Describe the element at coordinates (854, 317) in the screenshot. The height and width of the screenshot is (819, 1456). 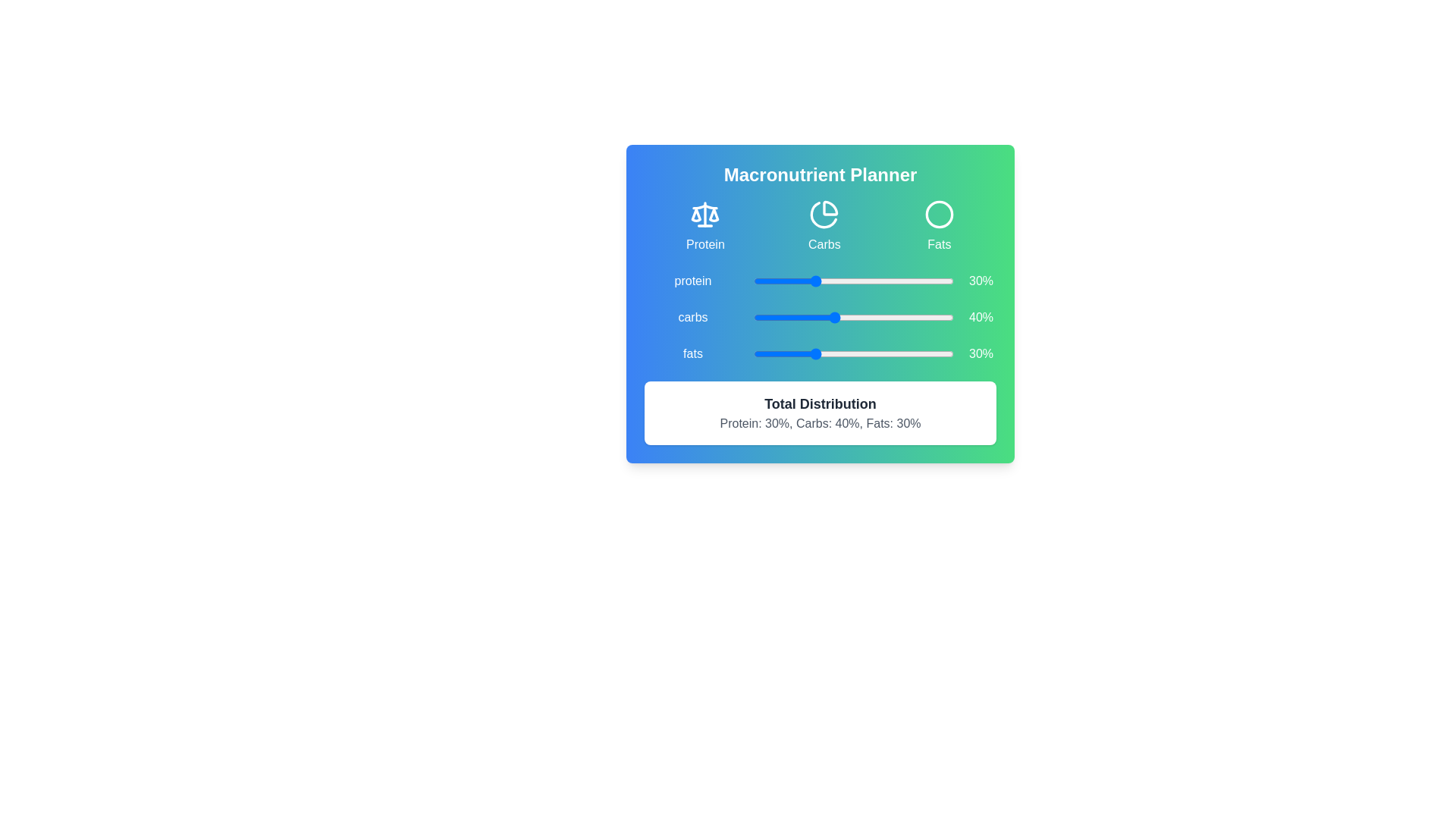
I see `the slider handle to adjust the carbohydrate percentage in the diet plan, which is displayed as '40%' to the right of the slider` at that location.